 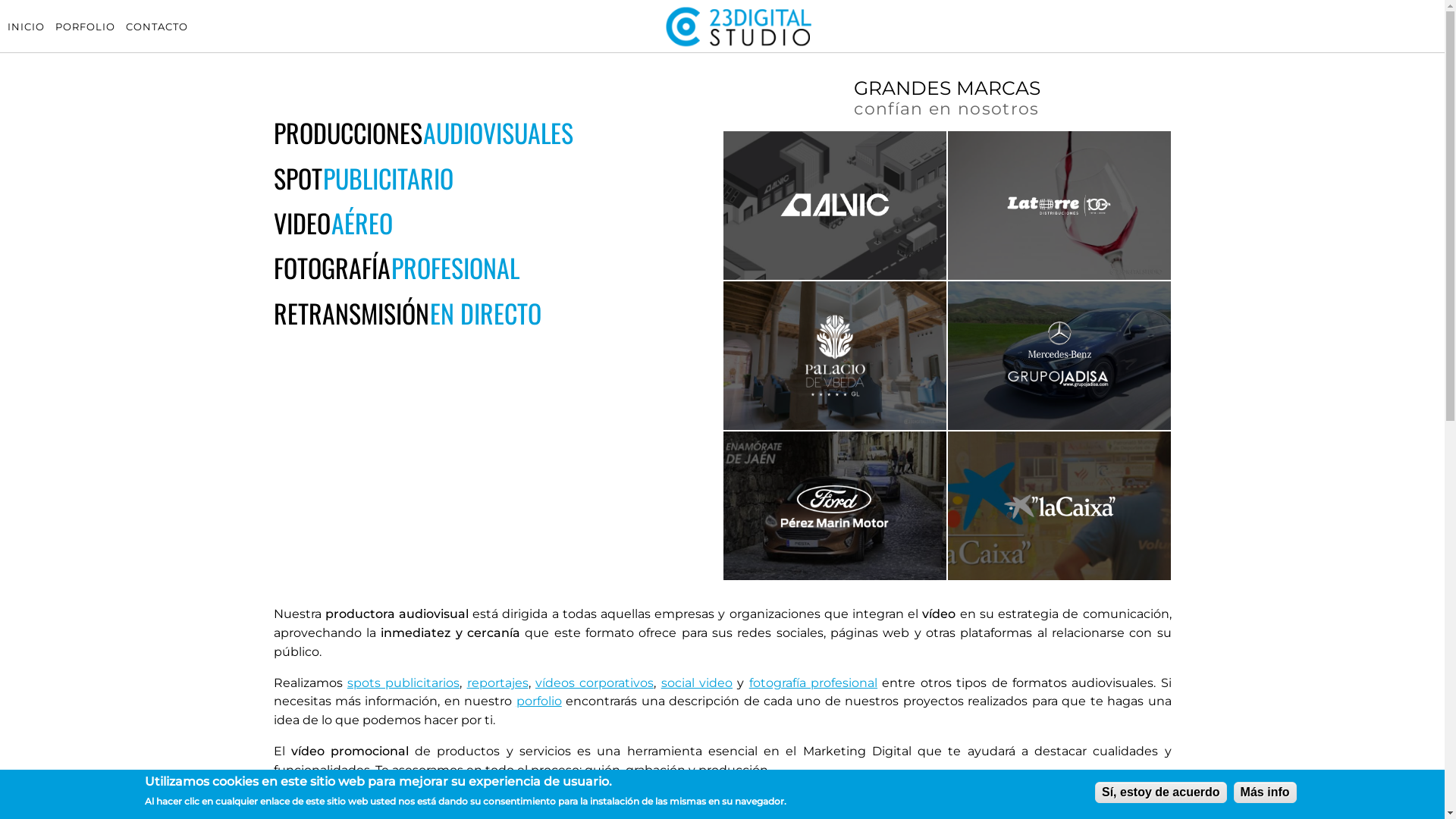 I want to click on 'PRODUCCIONES AUDIOVISUALES', so click(x=422, y=131).